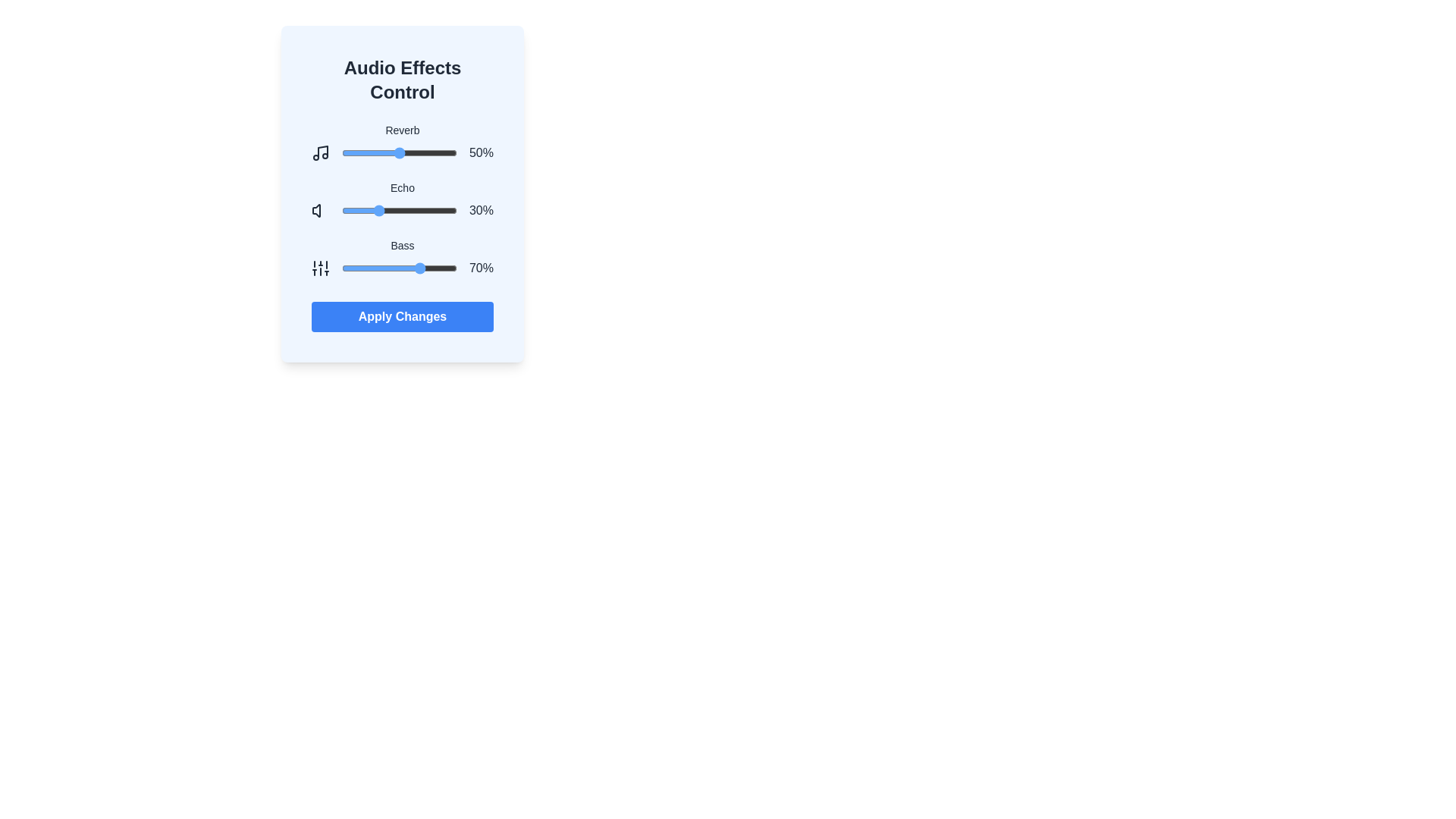 This screenshot has height=819, width=1456. Describe the element at coordinates (409, 210) in the screenshot. I see `the echo effect level` at that location.